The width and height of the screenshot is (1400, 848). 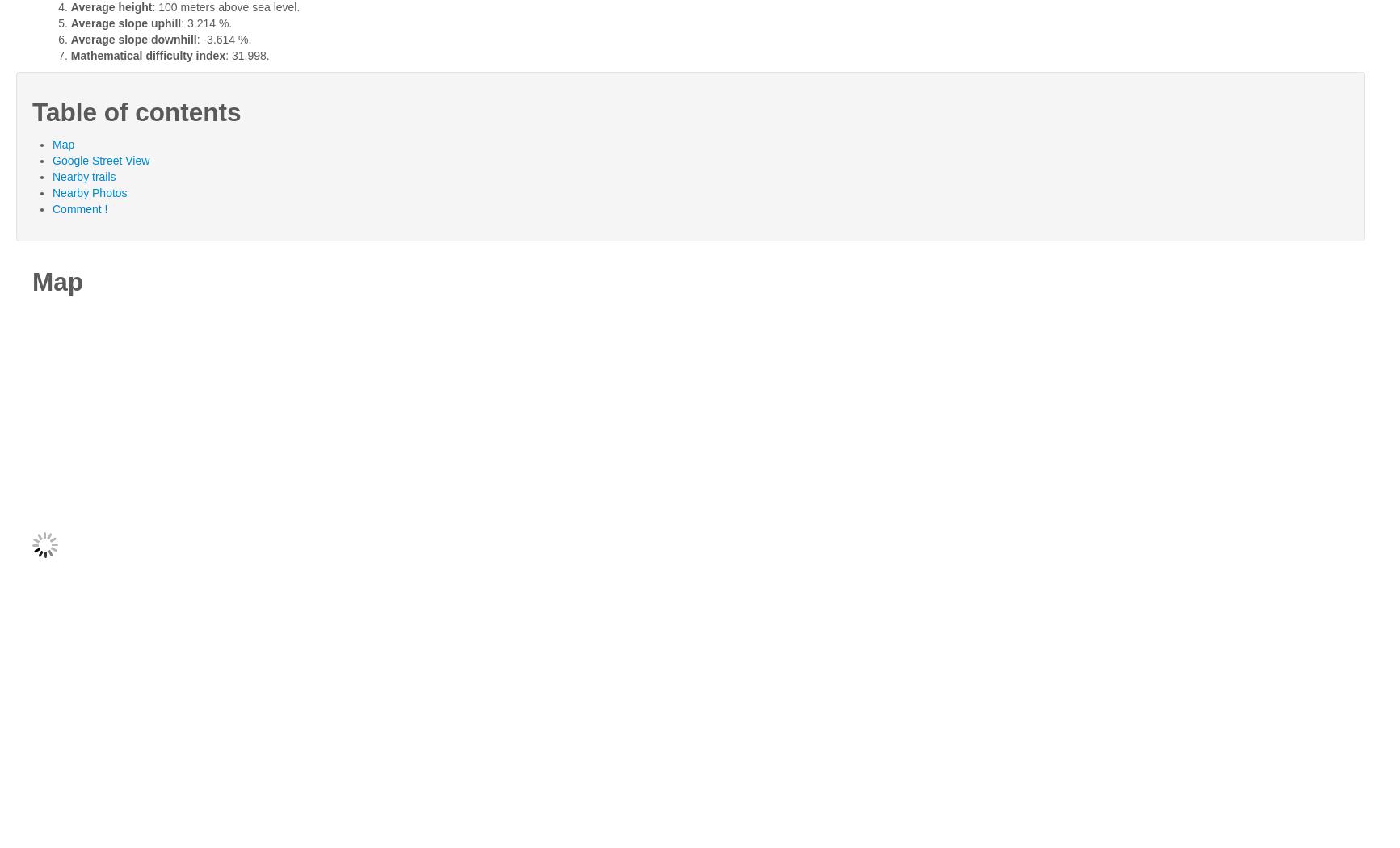 What do you see at coordinates (52, 209) in the screenshot?
I see `'Comment !'` at bounding box center [52, 209].